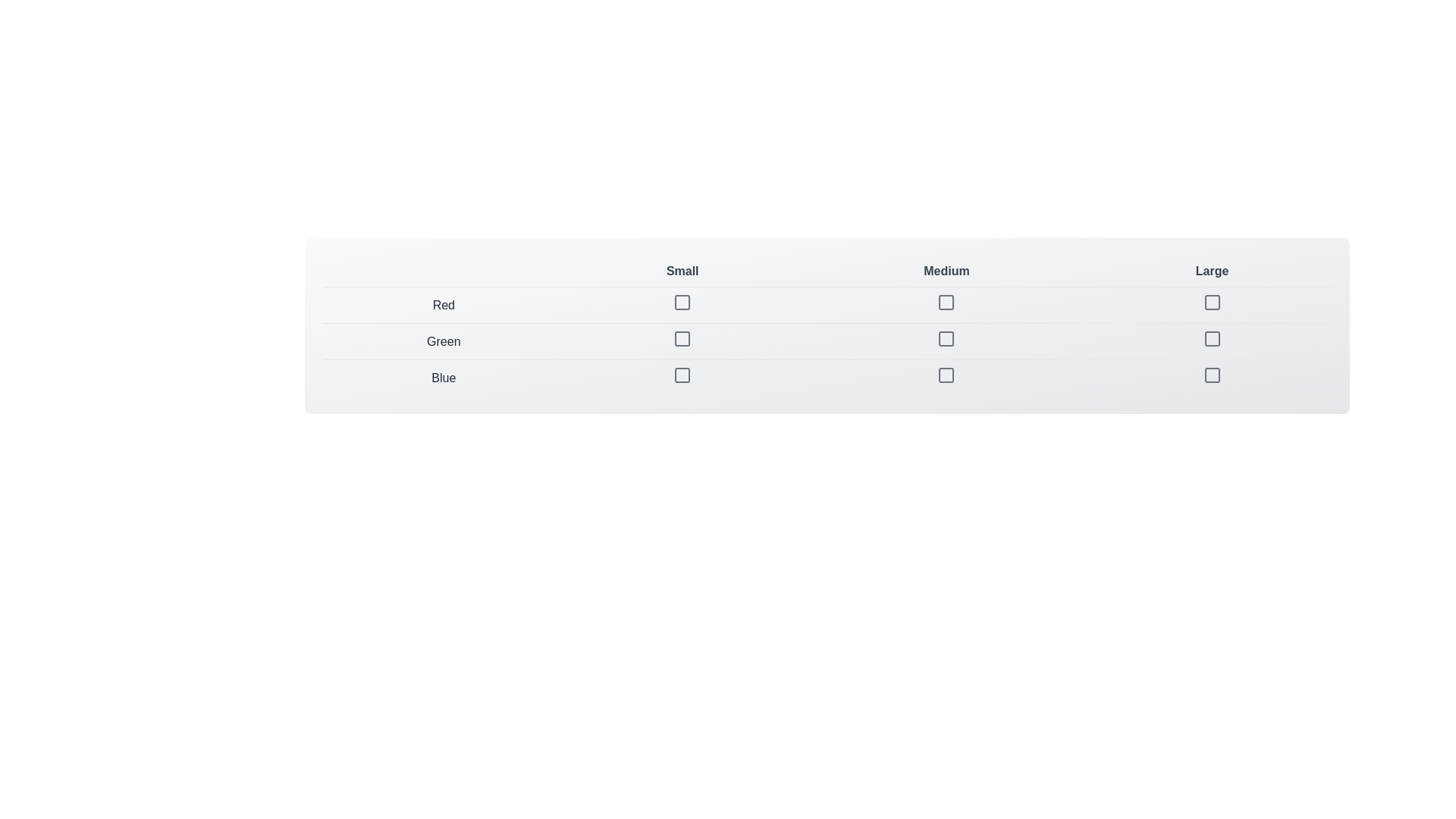 Image resolution: width=1456 pixels, height=819 pixels. I want to click on the checkbox in the second row and third column of the table under the 'Medium' column heading beside the label 'Green', so click(946, 338).